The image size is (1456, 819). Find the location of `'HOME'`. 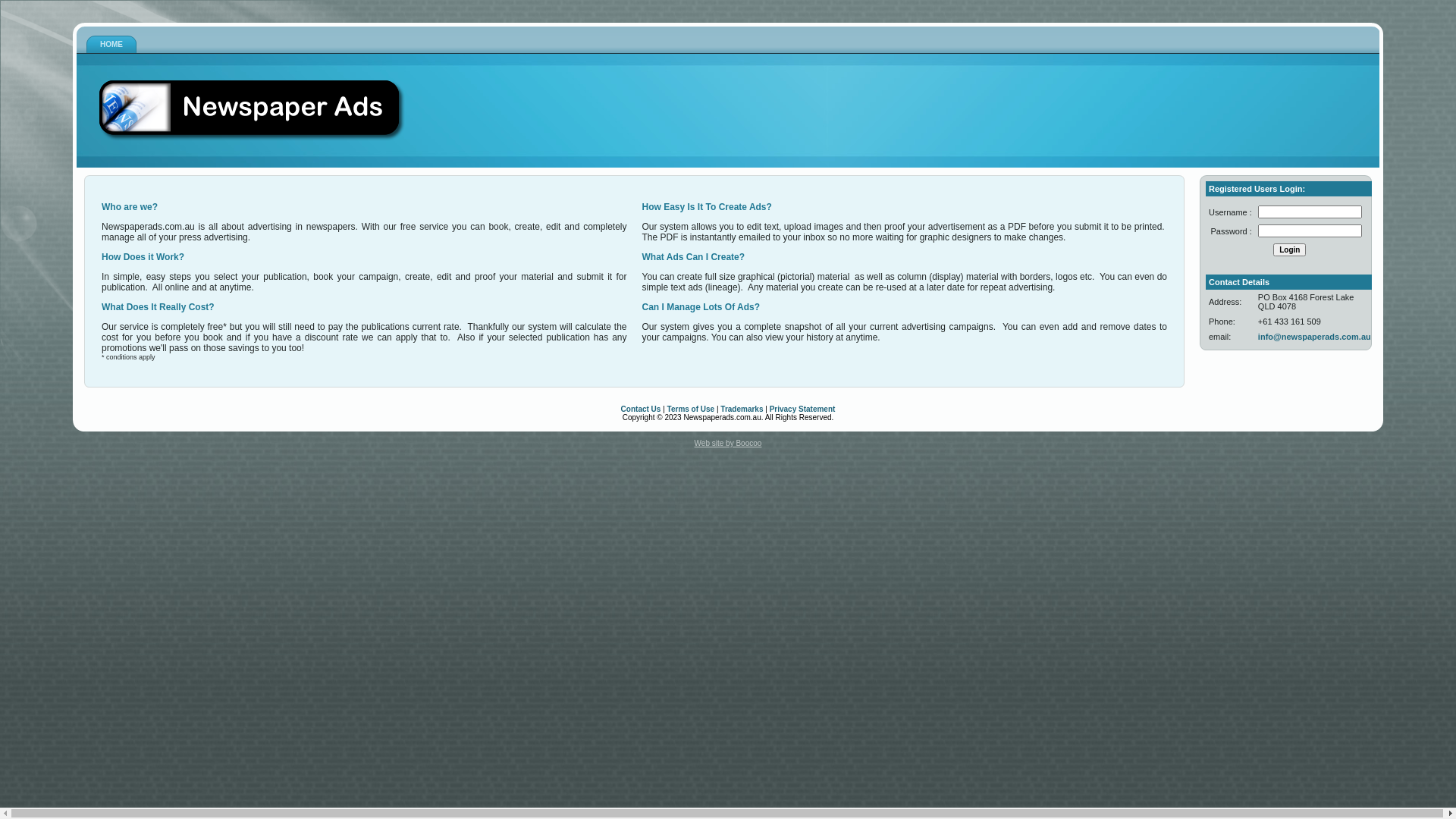

'HOME' is located at coordinates (111, 43).